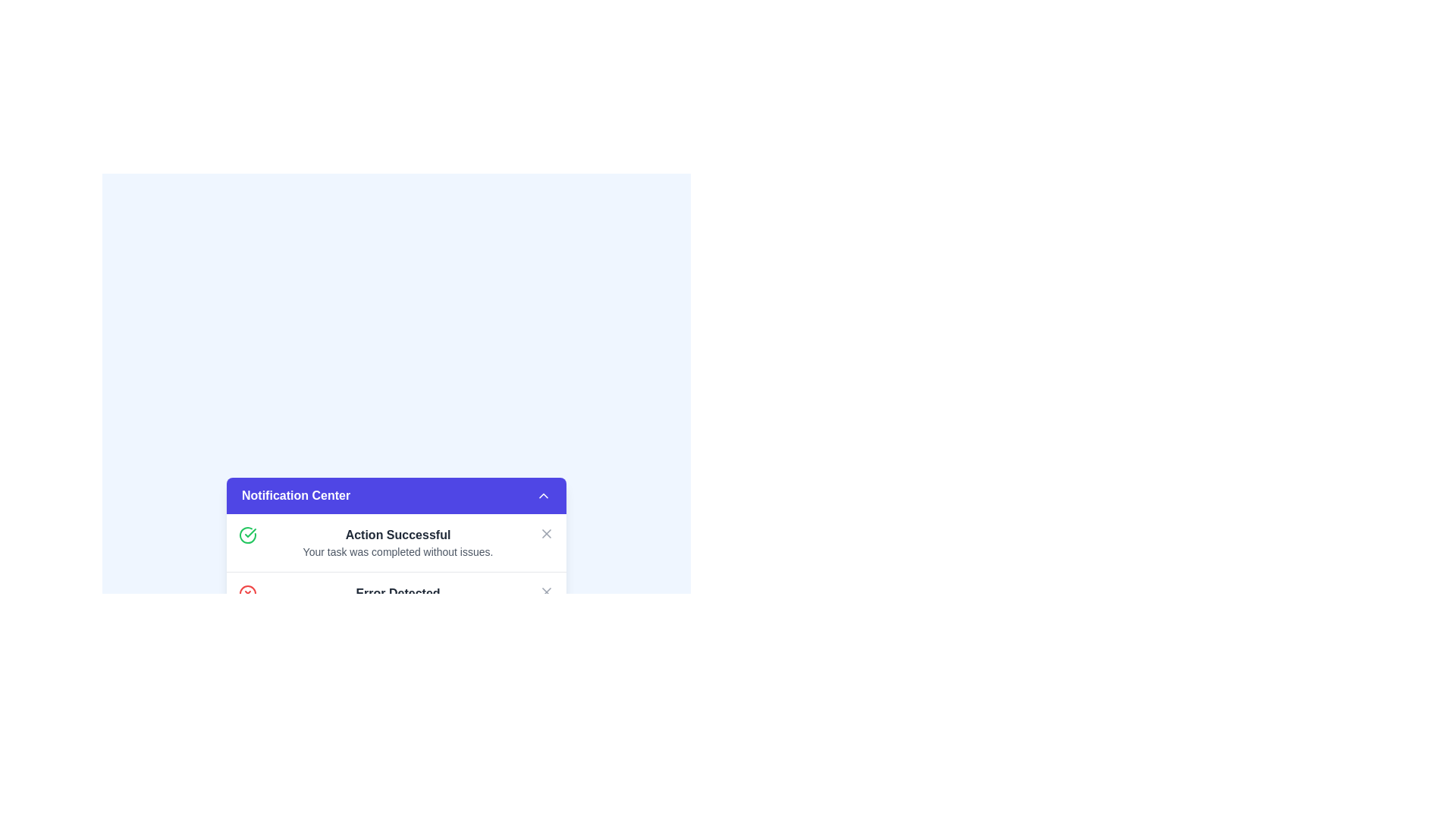 This screenshot has width=1456, height=819. What do you see at coordinates (397, 534) in the screenshot?
I see `text label displaying 'Action Successful' in bold, dark gray font, positioned at the top center of the notification card` at bounding box center [397, 534].